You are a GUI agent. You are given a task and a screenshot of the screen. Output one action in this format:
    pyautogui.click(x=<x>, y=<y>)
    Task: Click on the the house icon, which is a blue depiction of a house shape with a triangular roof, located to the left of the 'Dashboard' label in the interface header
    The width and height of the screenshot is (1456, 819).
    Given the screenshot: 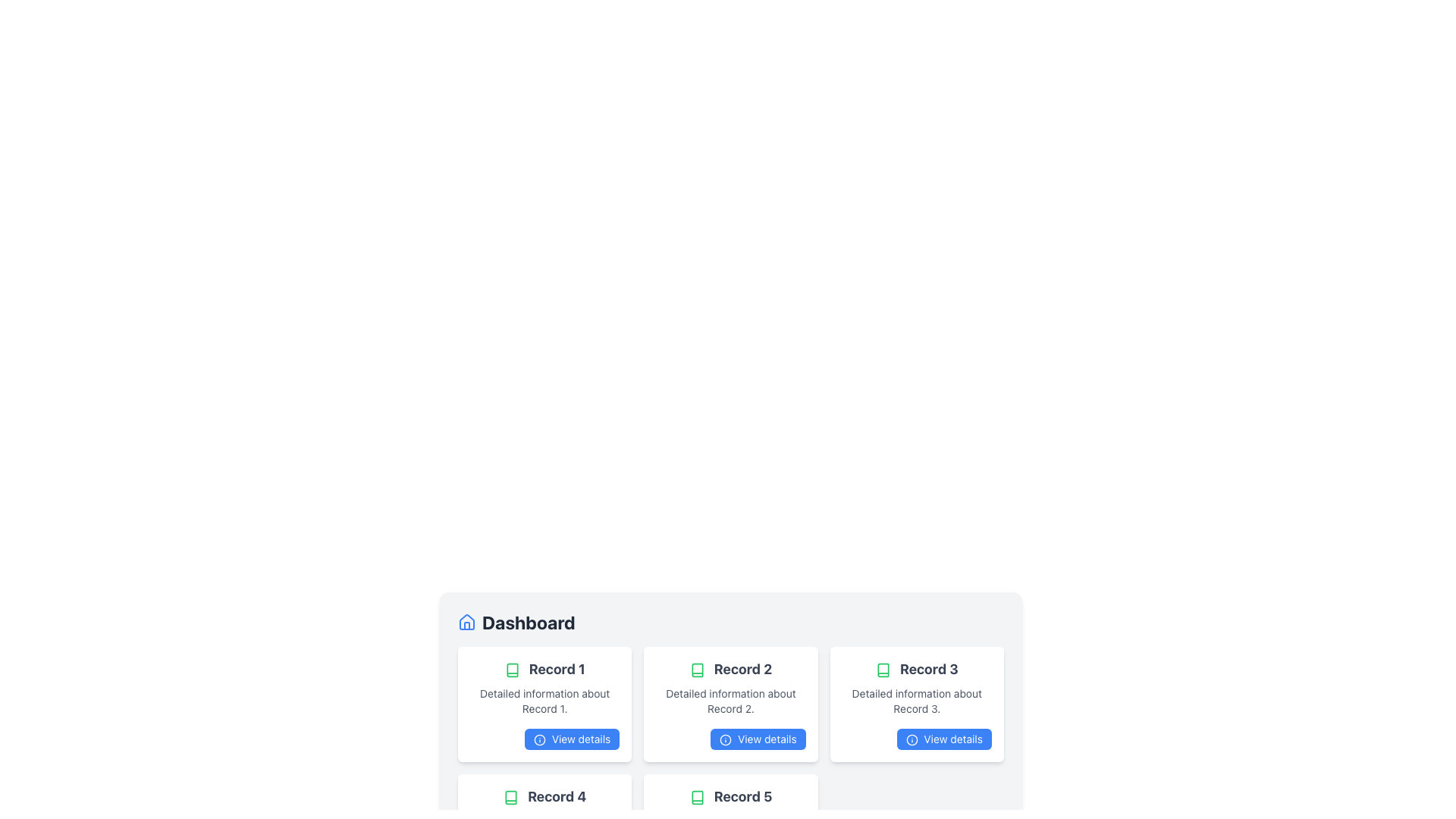 What is the action you would take?
    pyautogui.click(x=466, y=622)
    